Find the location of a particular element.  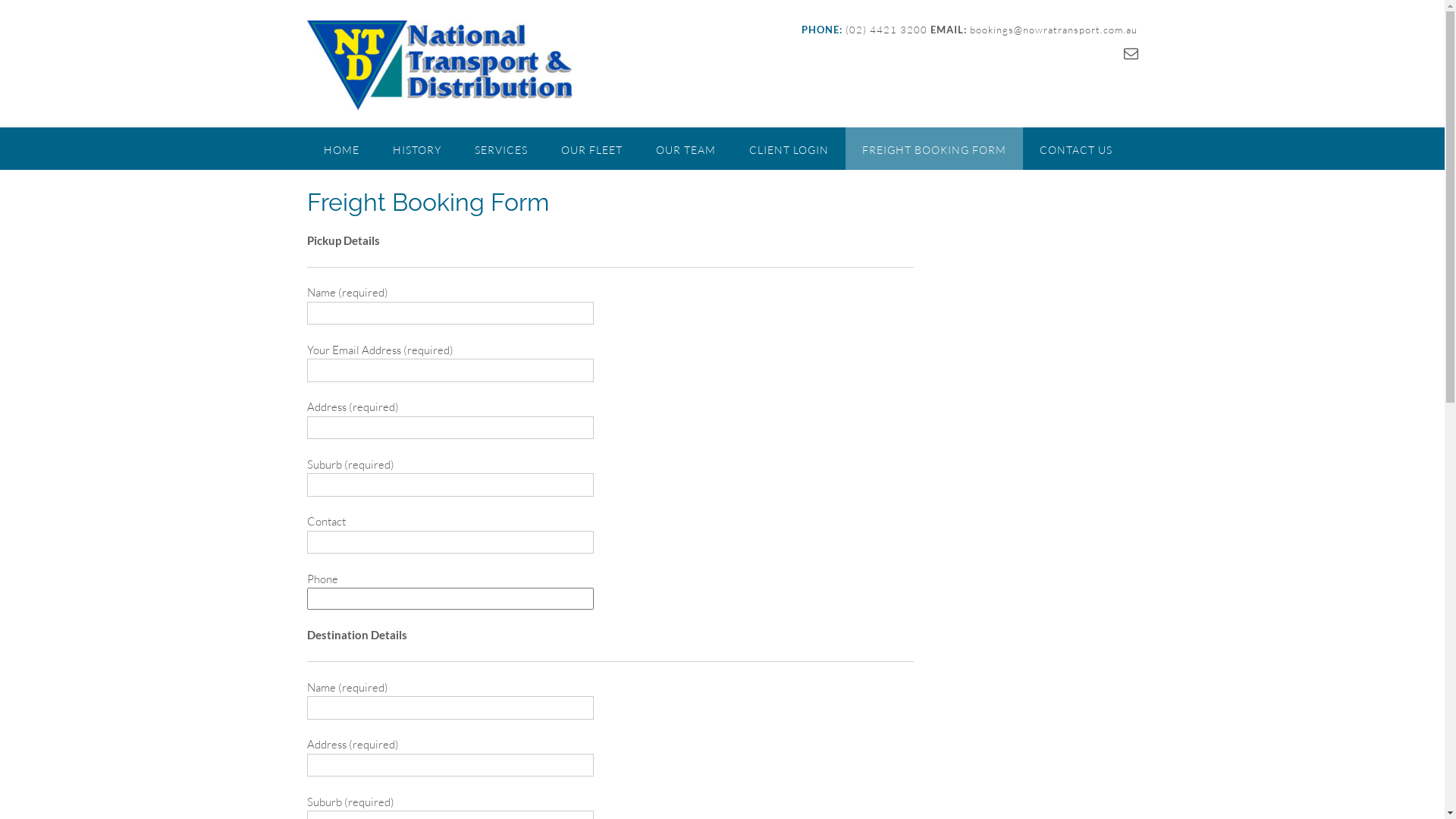

'OUR FLEET' is located at coordinates (591, 149).